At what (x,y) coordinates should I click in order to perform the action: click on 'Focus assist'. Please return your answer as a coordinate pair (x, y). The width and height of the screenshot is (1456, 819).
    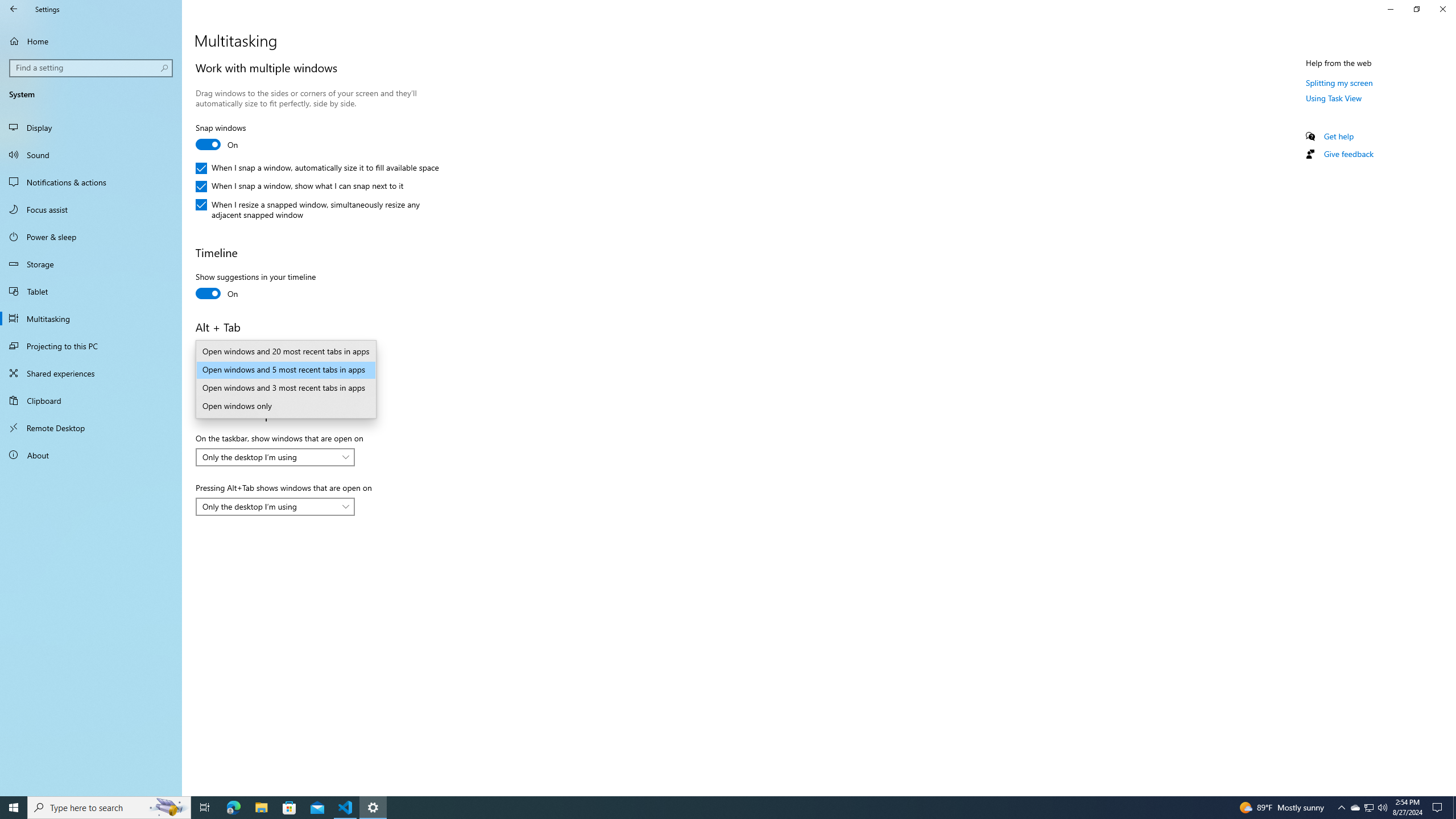
    Looking at the image, I should click on (90, 209).